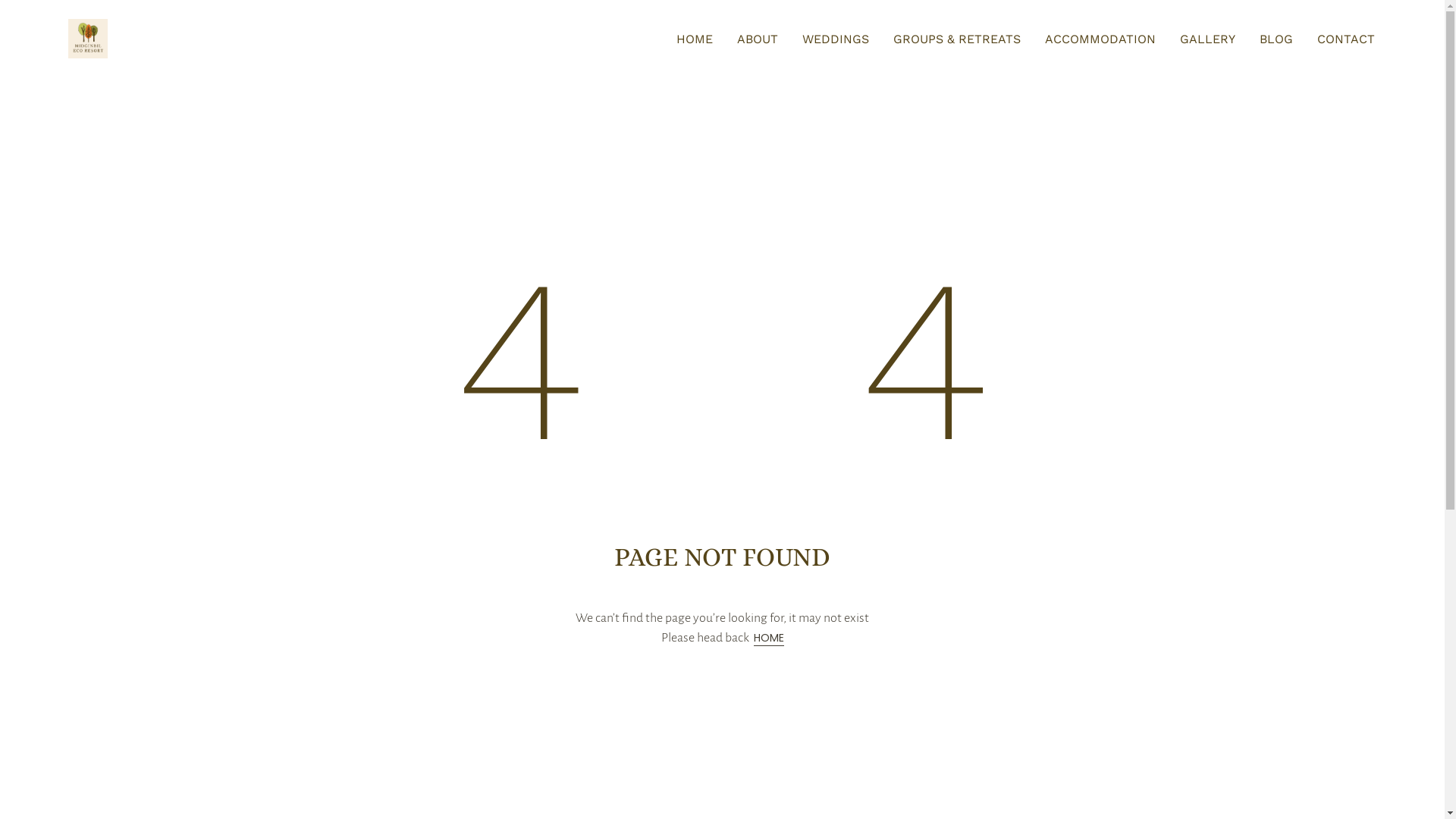  I want to click on 'WEDDINGS', so click(835, 38).